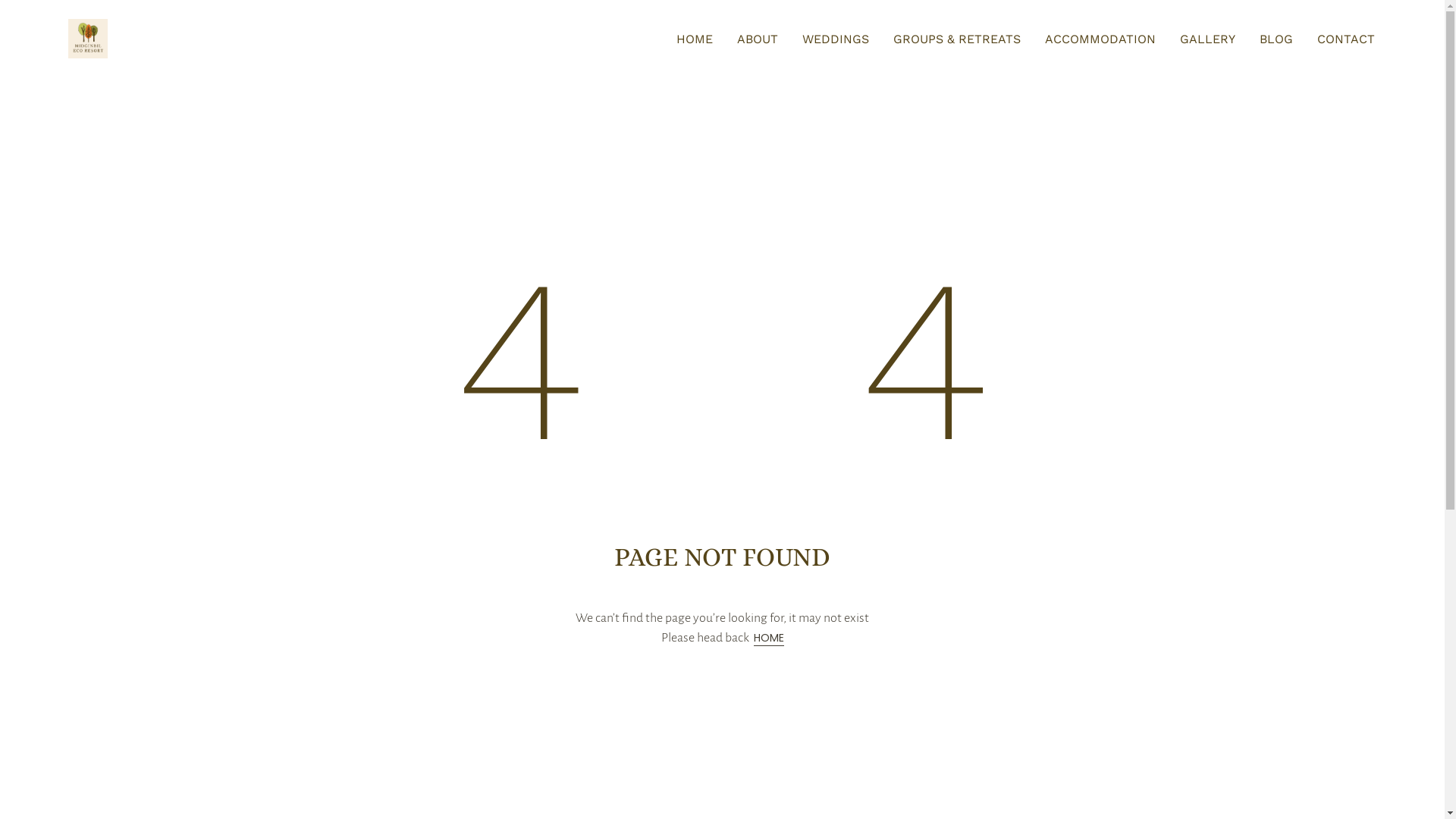  I want to click on 'WEDDINGS', so click(835, 38).